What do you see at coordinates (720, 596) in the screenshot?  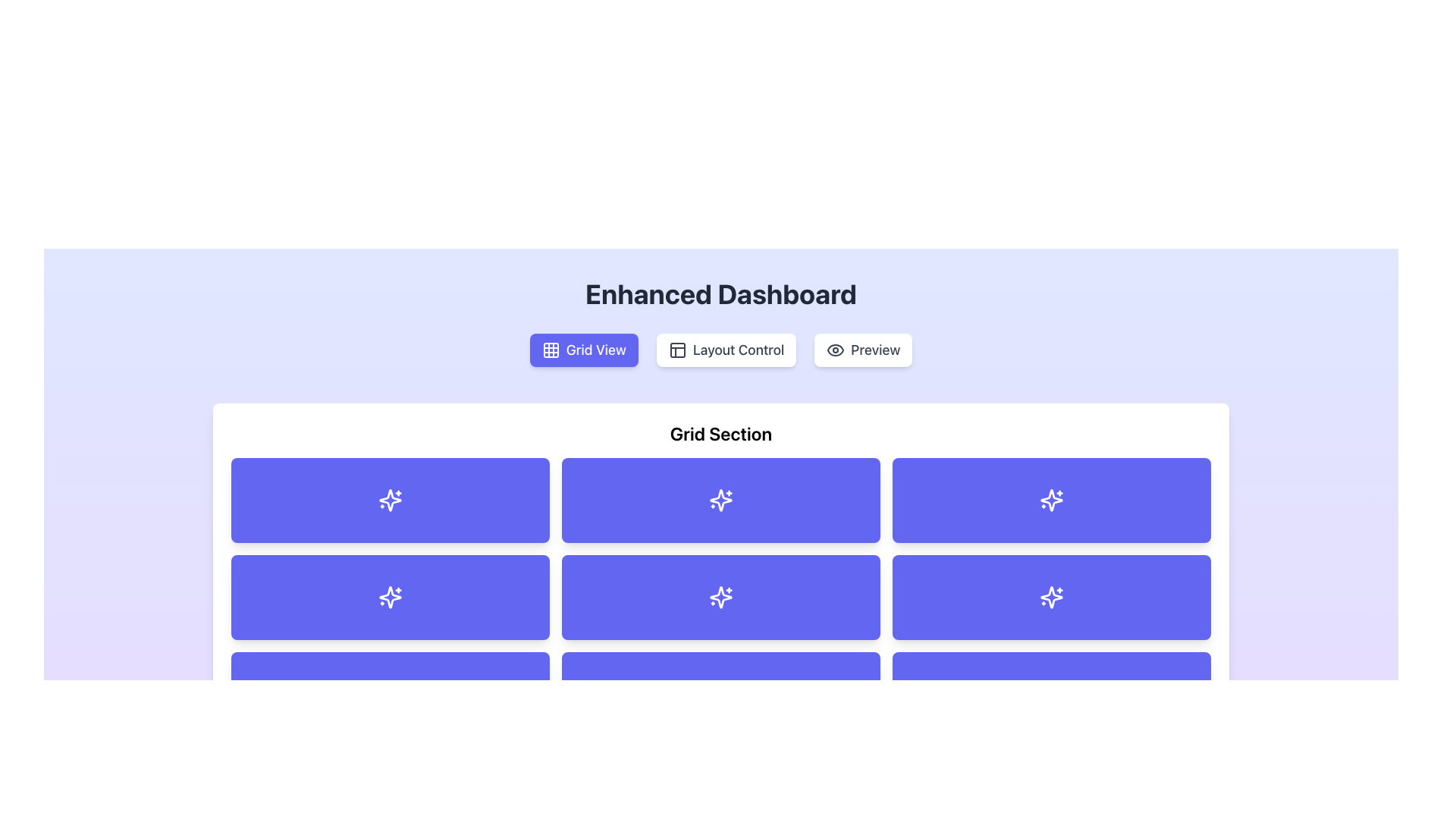 I see `the sparkling star-shaped icon rendered in white lines against a vibrant indigo blue rectangle, located in the second column of the second row of the grid layout` at bounding box center [720, 596].